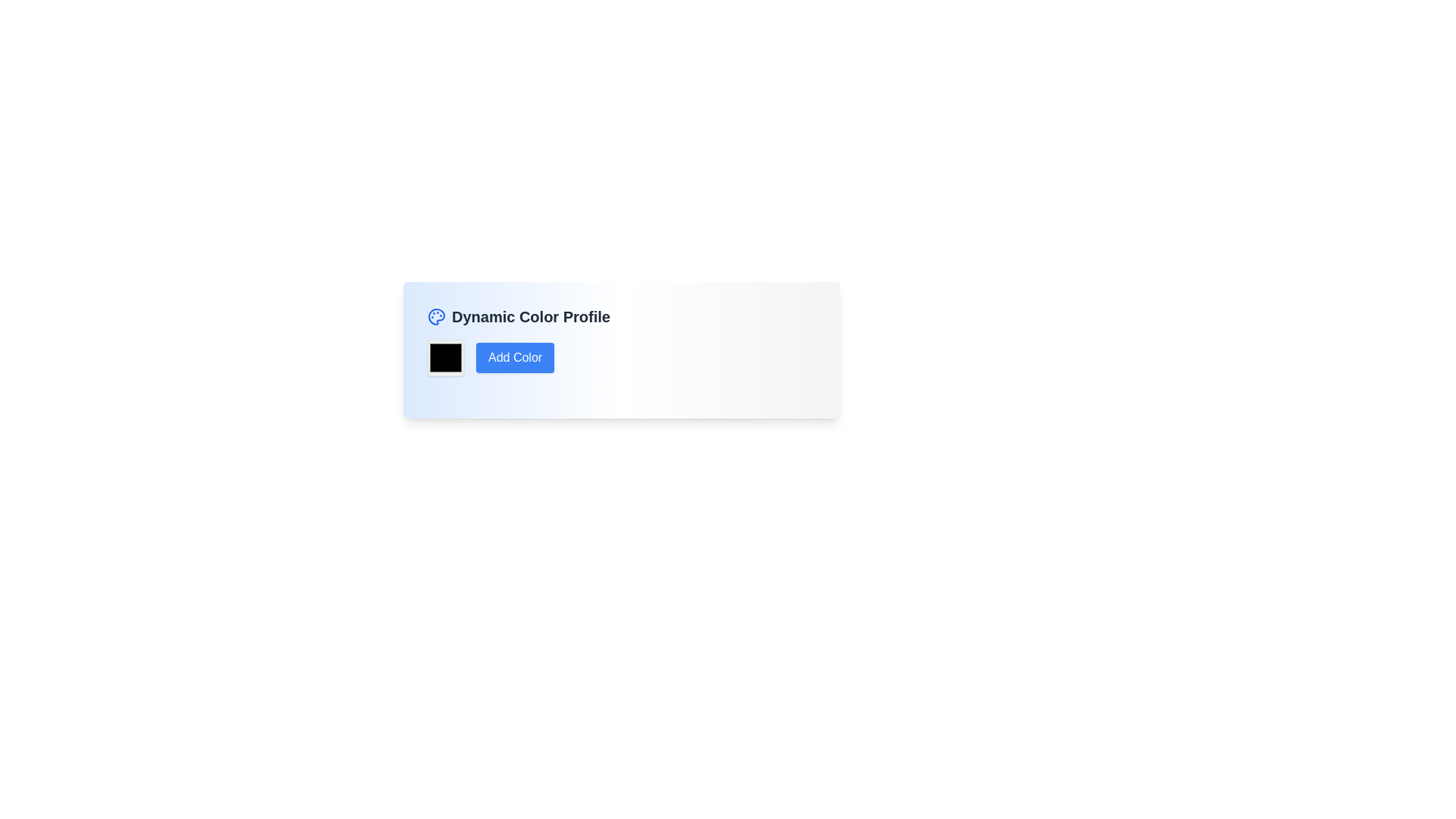  I want to click on the color input selector that represents the color black (#000000) in the color picker interface, so click(445, 357).